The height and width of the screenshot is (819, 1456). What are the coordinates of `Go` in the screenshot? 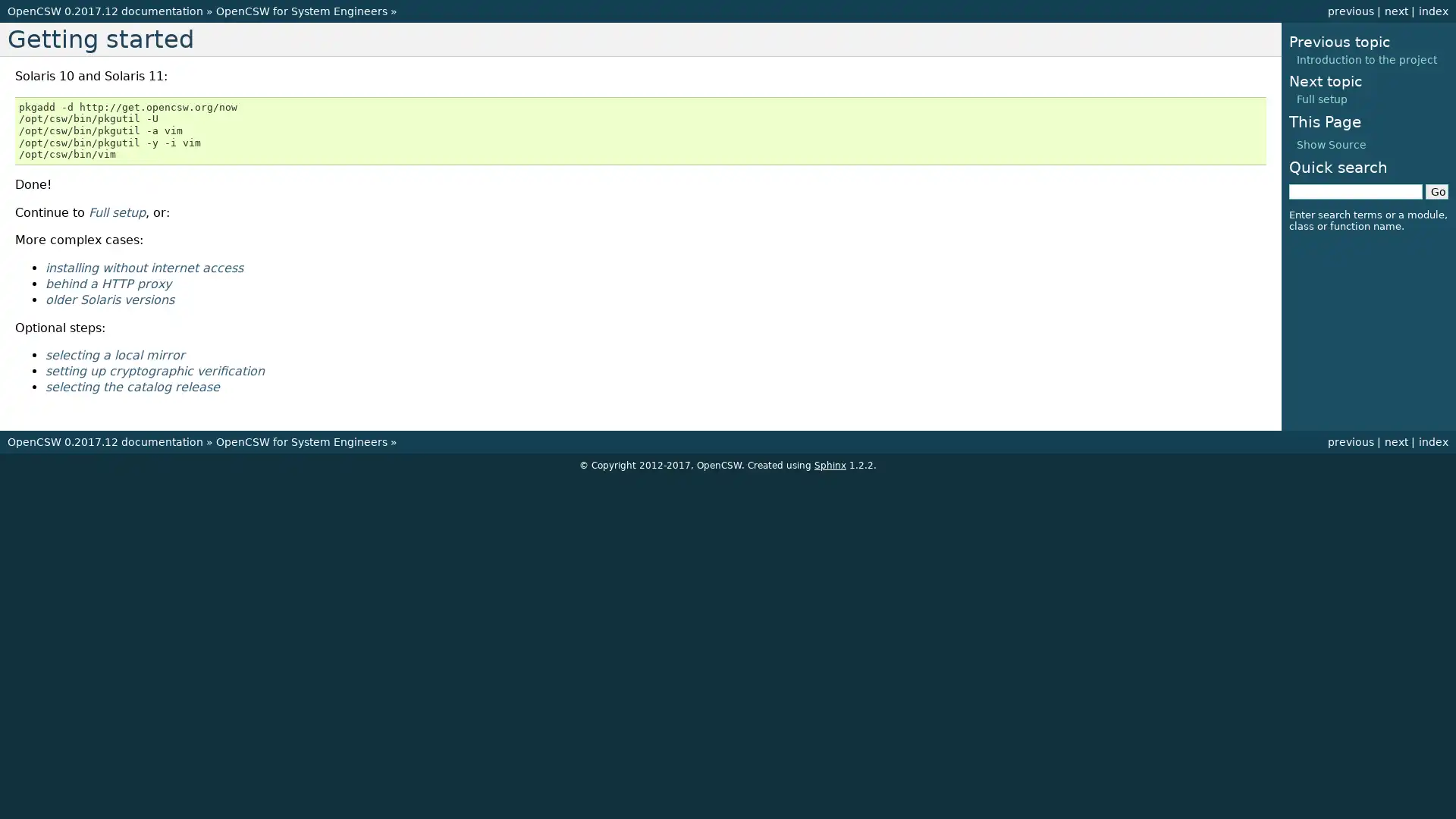 It's located at (1436, 191).